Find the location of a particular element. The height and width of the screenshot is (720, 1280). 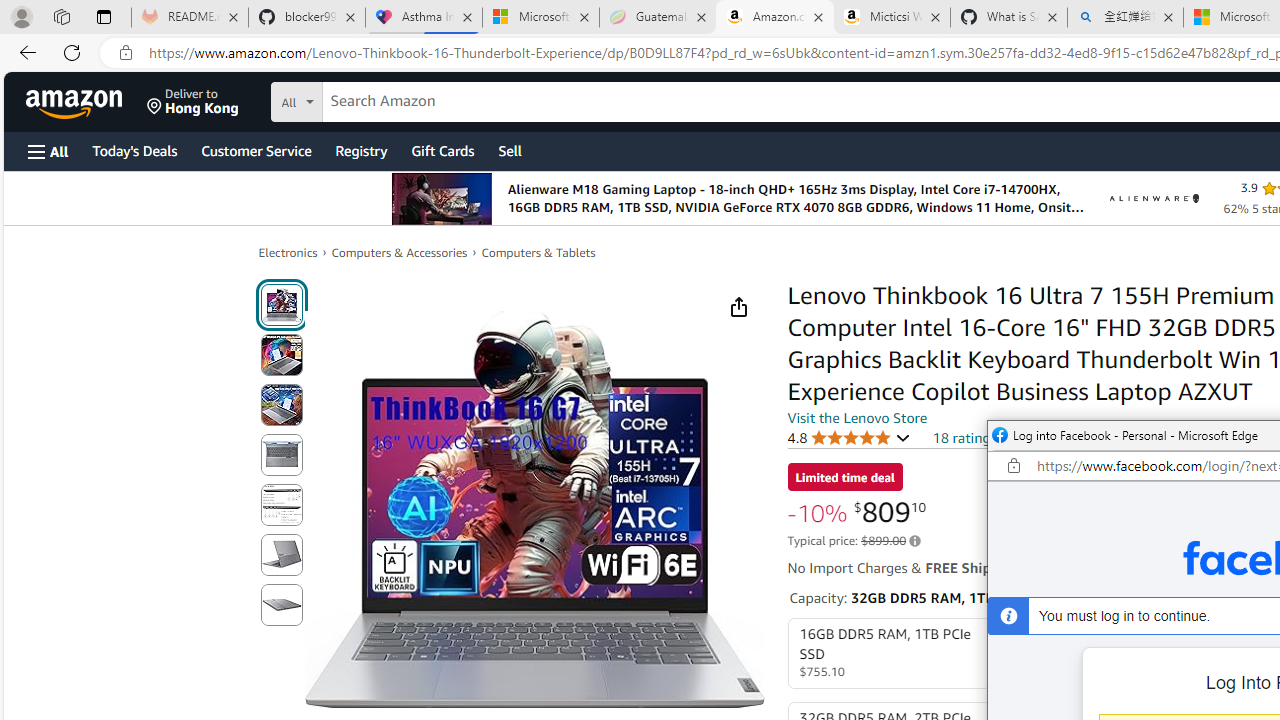

'Computers & Accessories' is located at coordinates (400, 251).